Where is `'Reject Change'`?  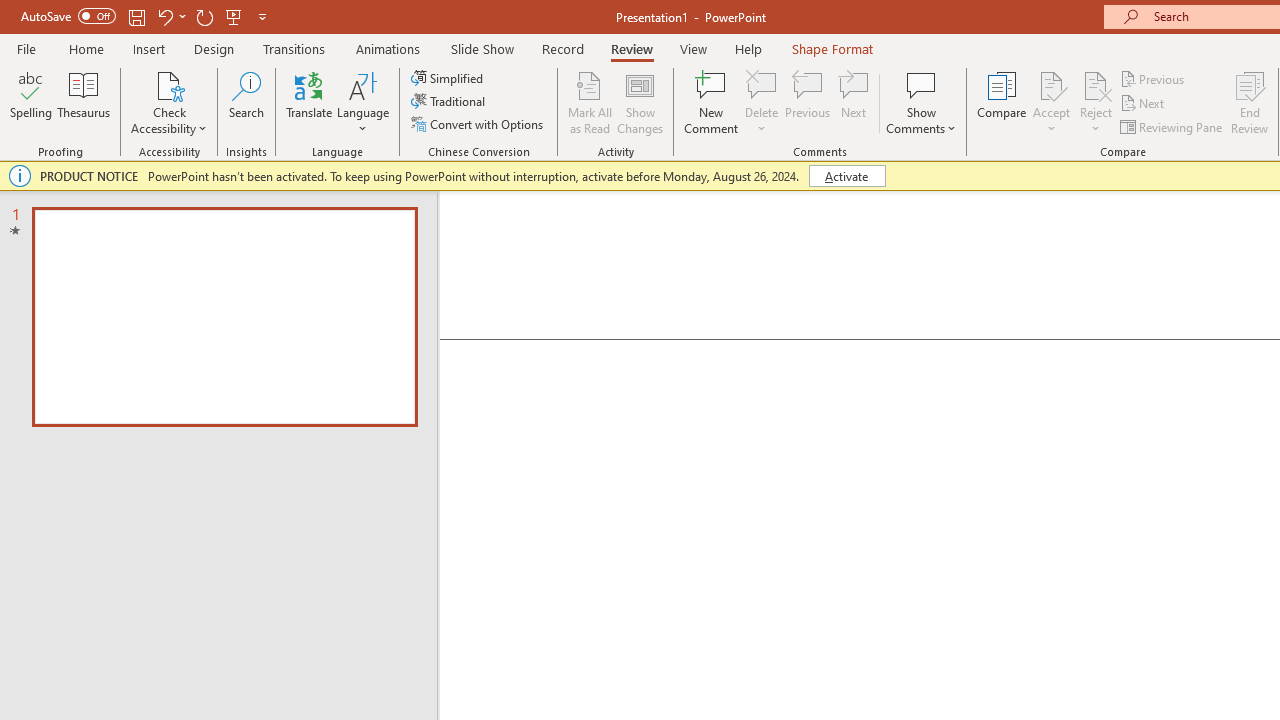
'Reject Change' is located at coordinates (1095, 84).